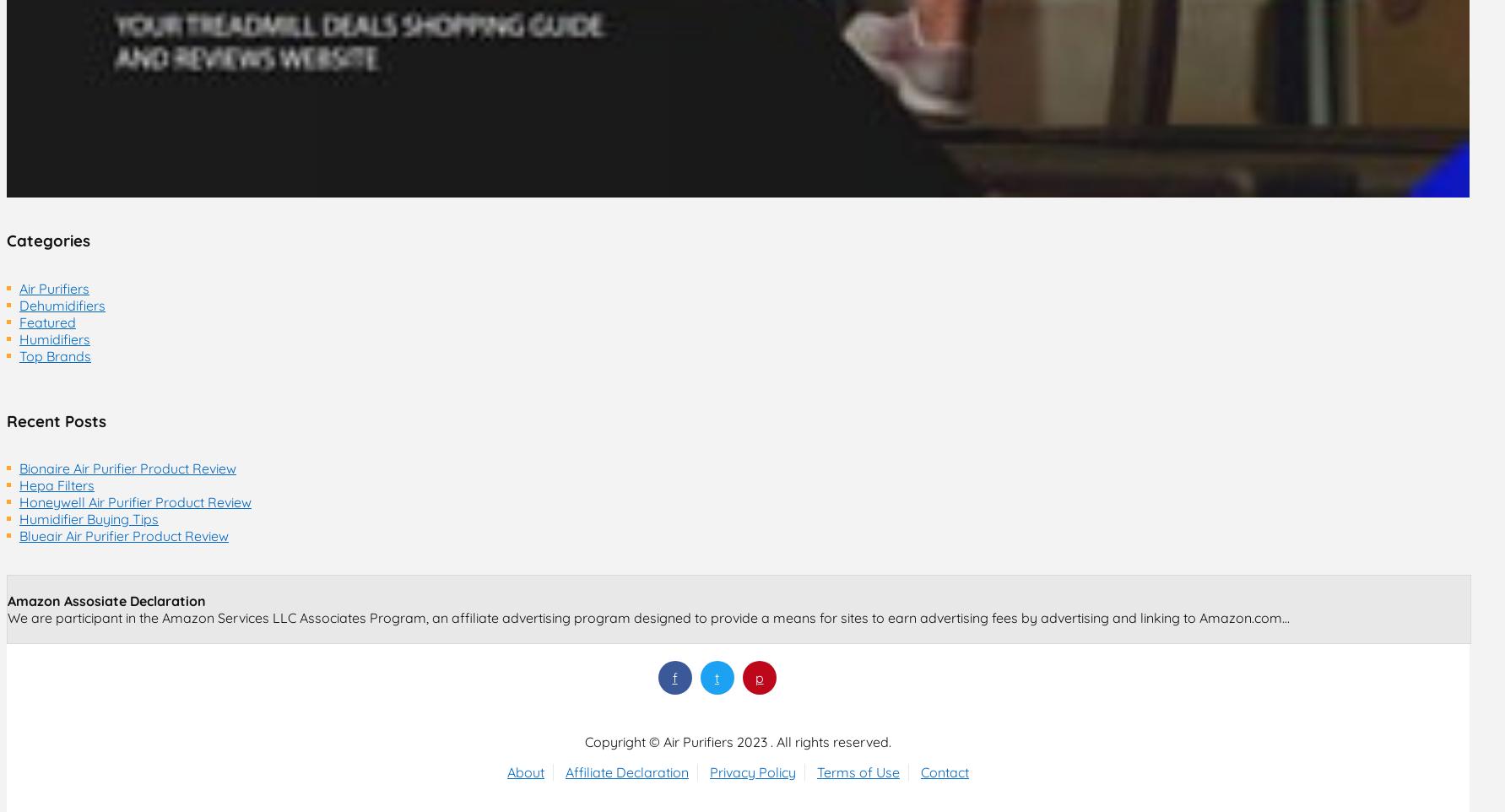 The width and height of the screenshot is (1505, 812). What do you see at coordinates (757, 676) in the screenshot?
I see `'p'` at bounding box center [757, 676].